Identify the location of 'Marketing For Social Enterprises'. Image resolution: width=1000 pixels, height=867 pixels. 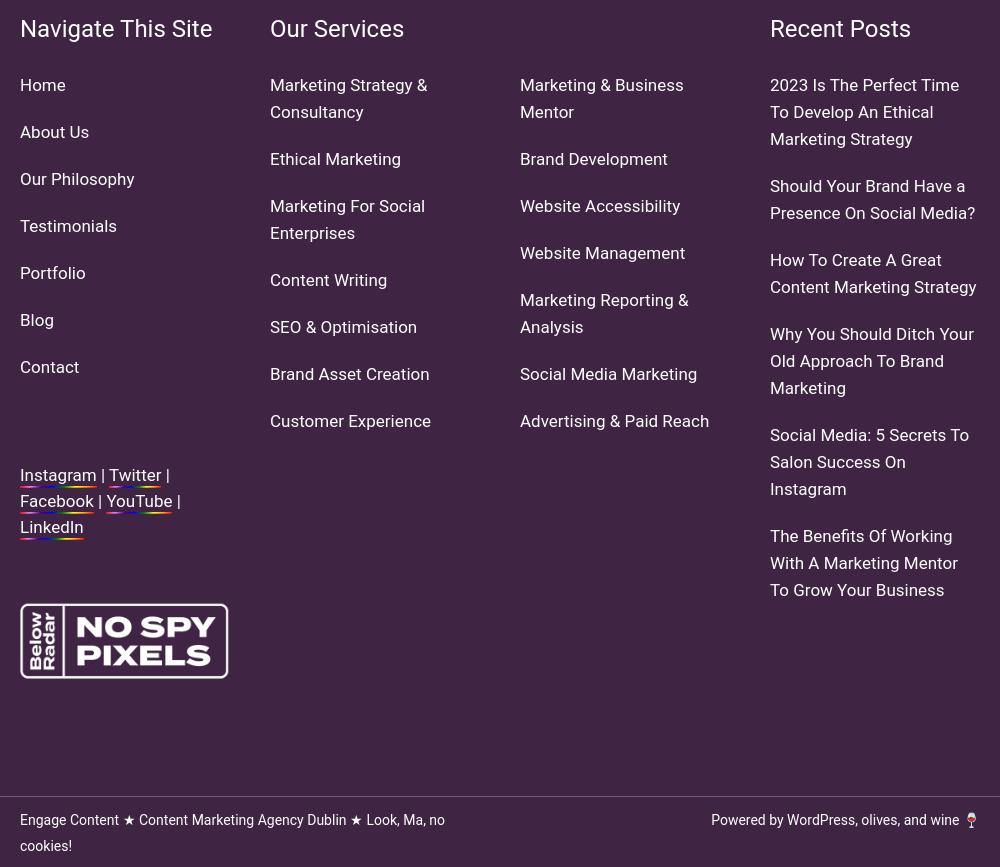
(346, 218).